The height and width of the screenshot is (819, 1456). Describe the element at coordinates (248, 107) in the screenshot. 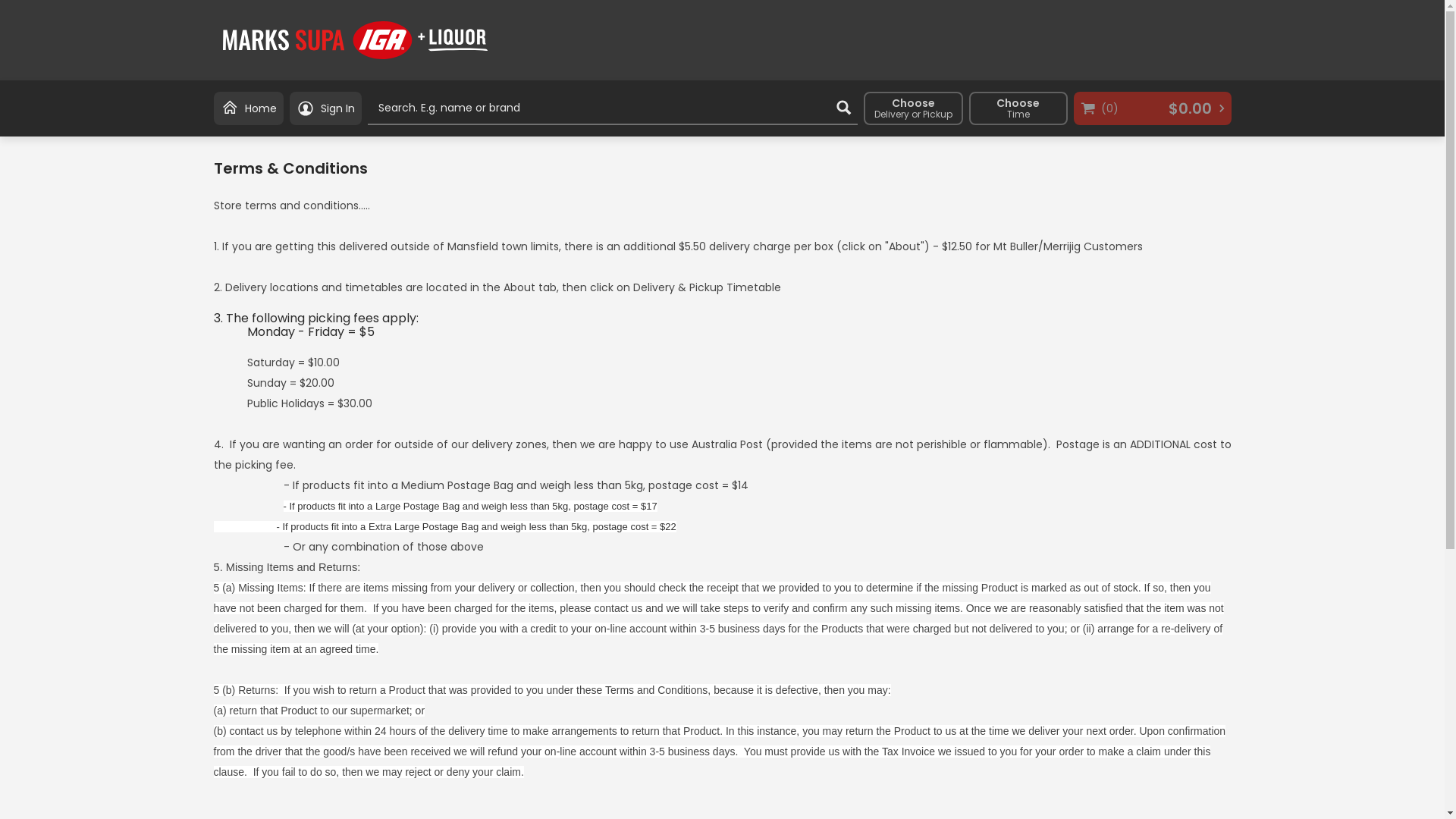

I see `'Home'` at that location.